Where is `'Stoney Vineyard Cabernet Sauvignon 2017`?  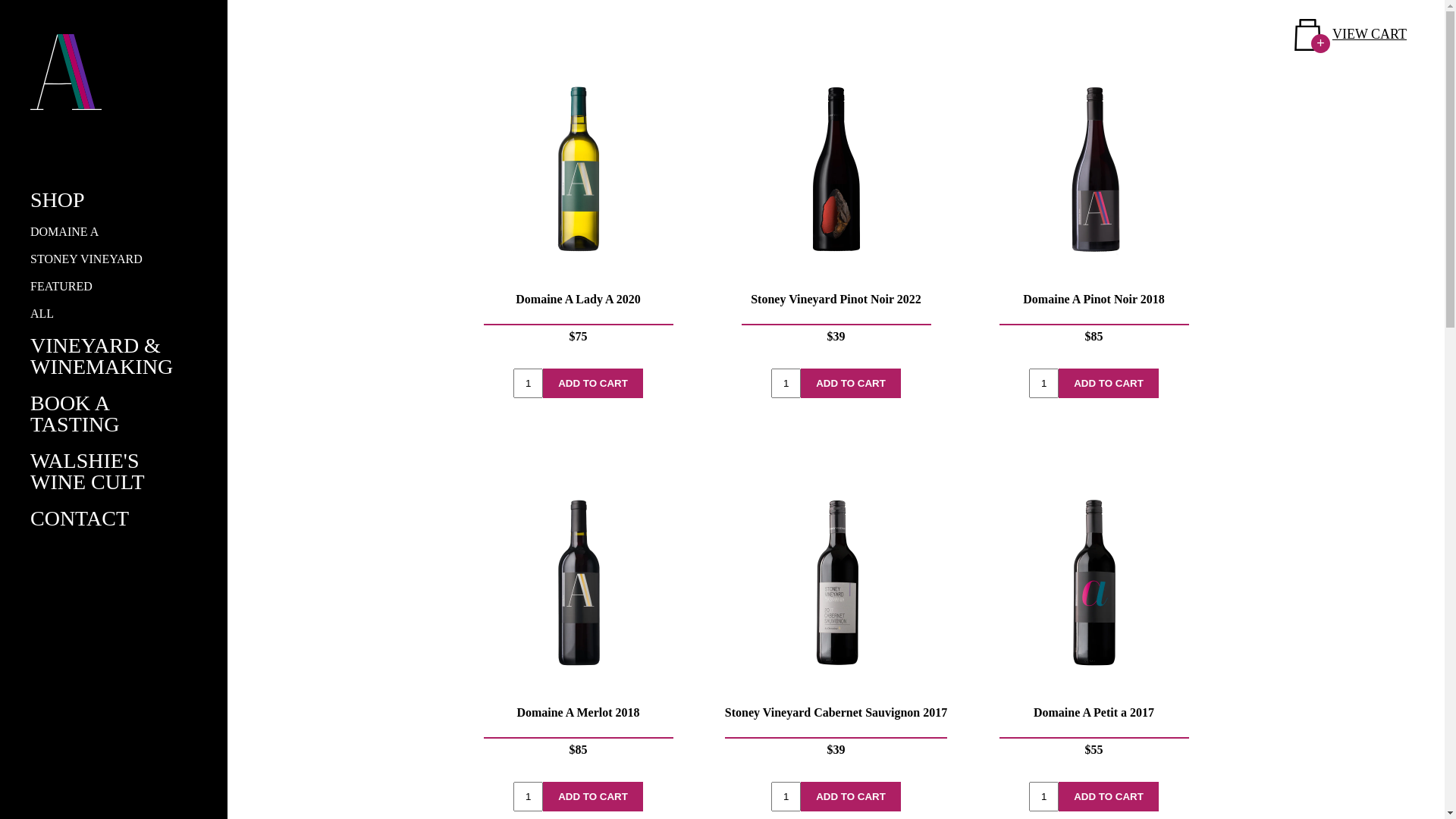
'Stoney Vineyard Cabernet Sauvignon 2017 is located at coordinates (835, 623).